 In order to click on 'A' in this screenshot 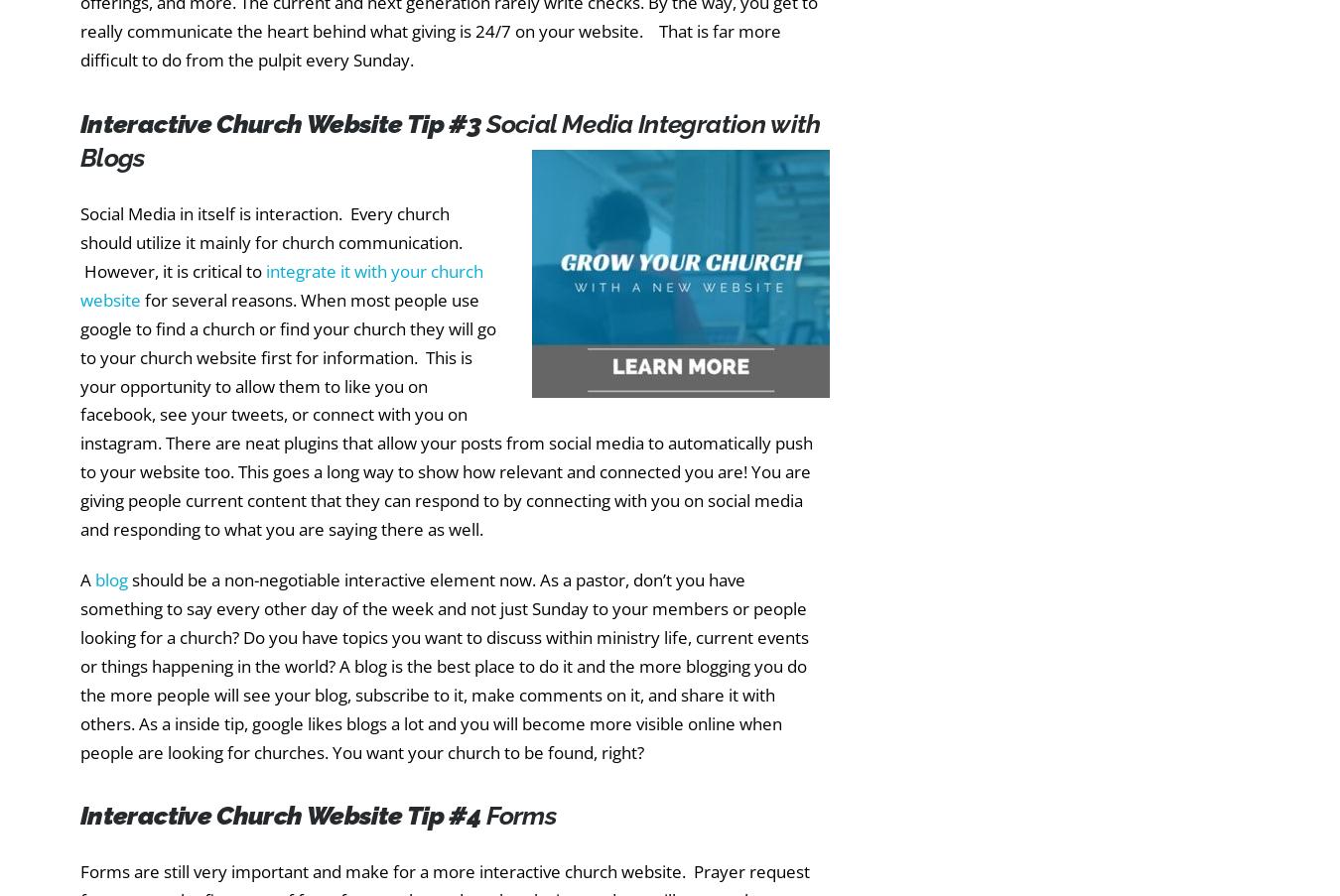, I will do `click(86, 579)`.